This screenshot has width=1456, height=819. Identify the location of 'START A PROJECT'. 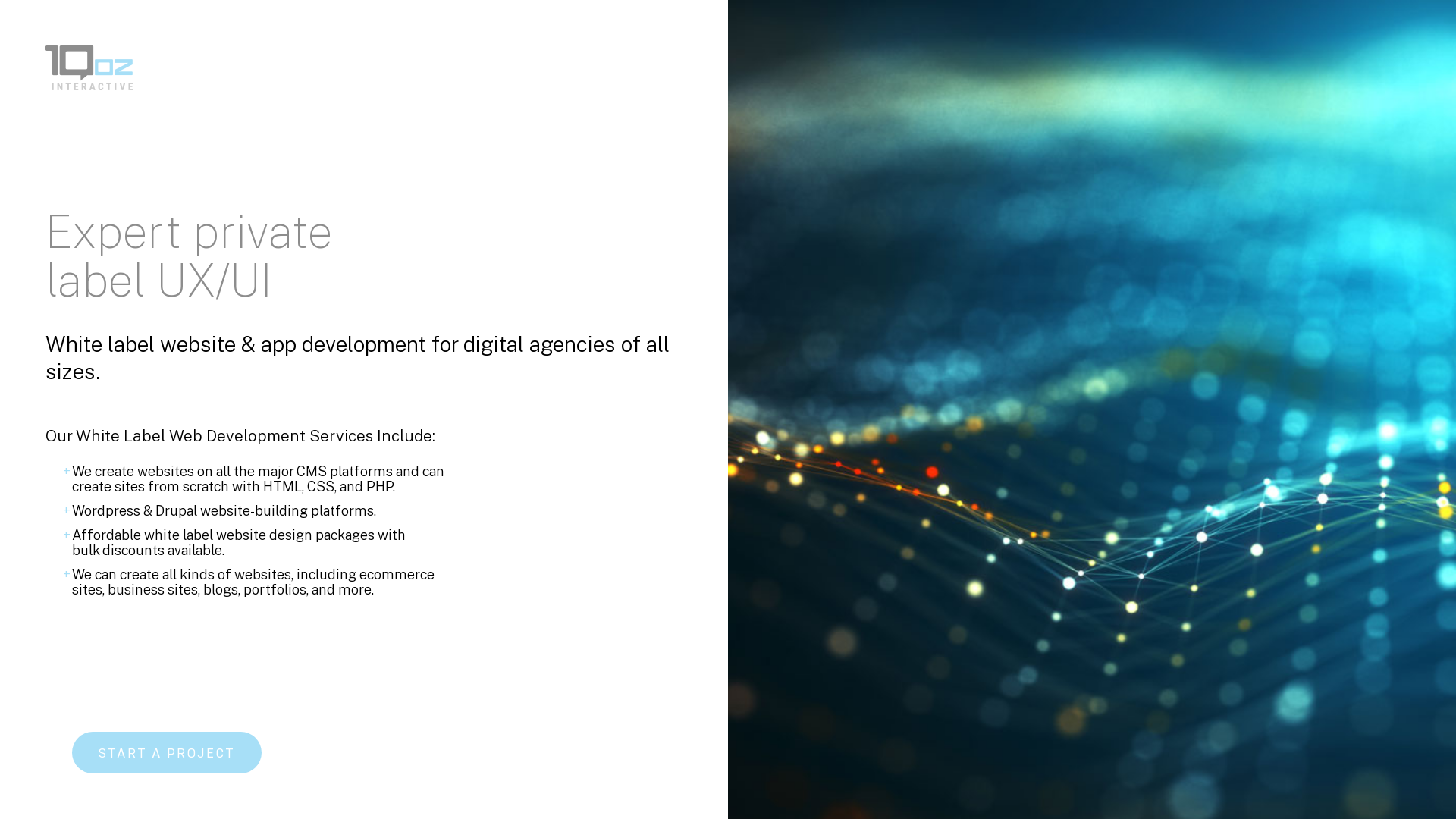
(167, 752).